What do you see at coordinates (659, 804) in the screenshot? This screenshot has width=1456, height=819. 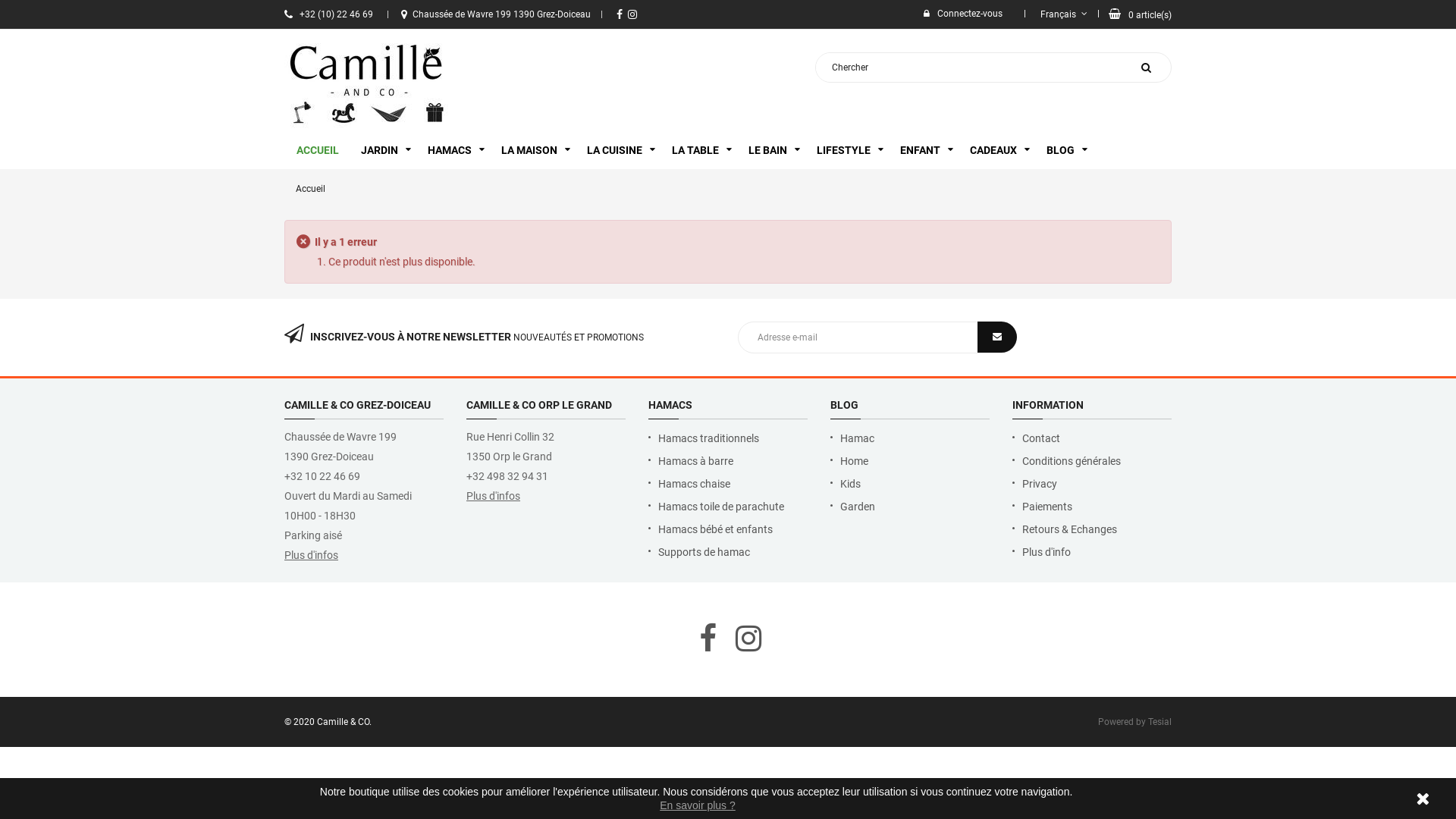 I see `'En savoir plus ?'` at bounding box center [659, 804].